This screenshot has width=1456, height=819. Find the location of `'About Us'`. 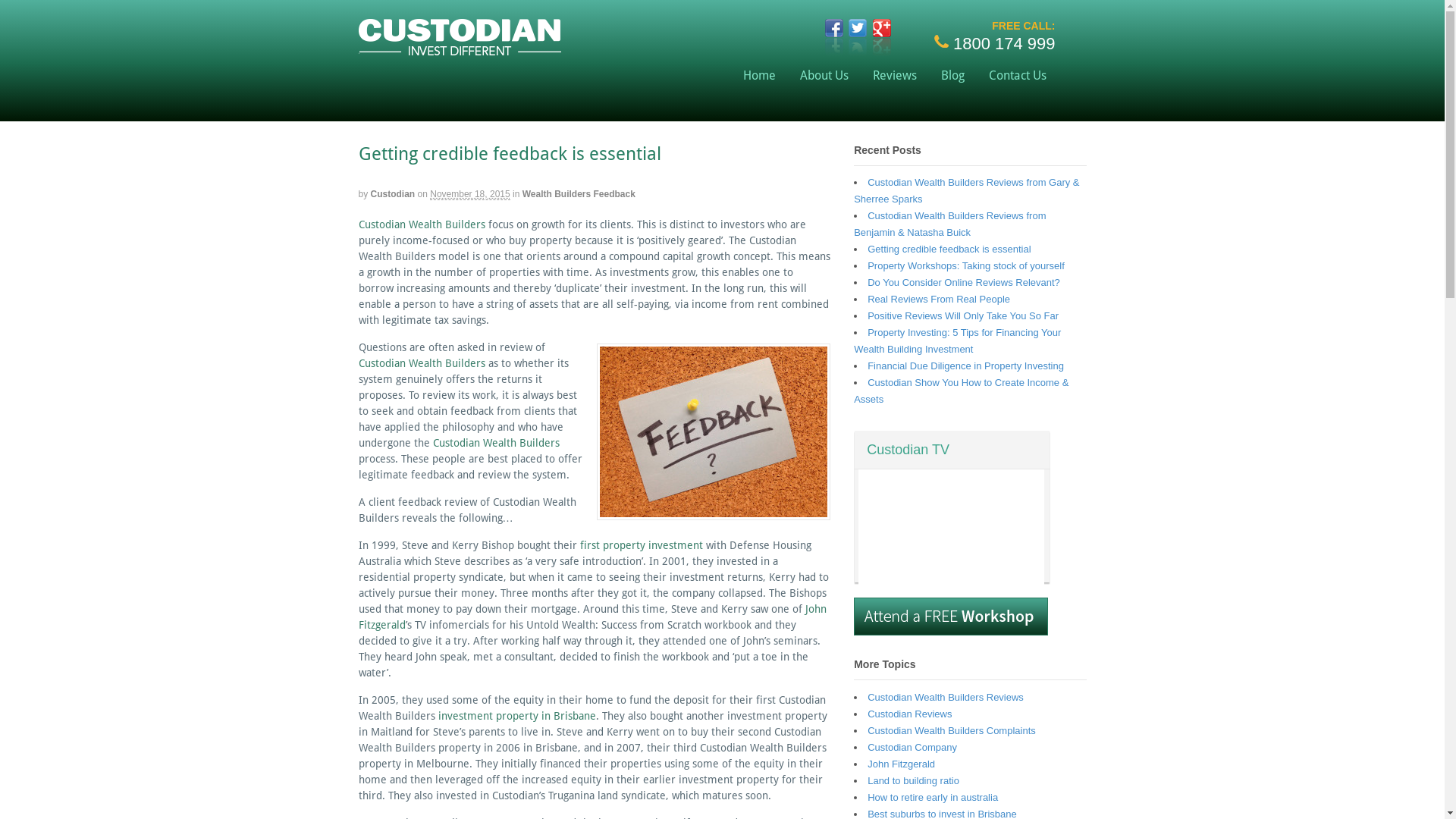

'About Us' is located at coordinates (823, 75).